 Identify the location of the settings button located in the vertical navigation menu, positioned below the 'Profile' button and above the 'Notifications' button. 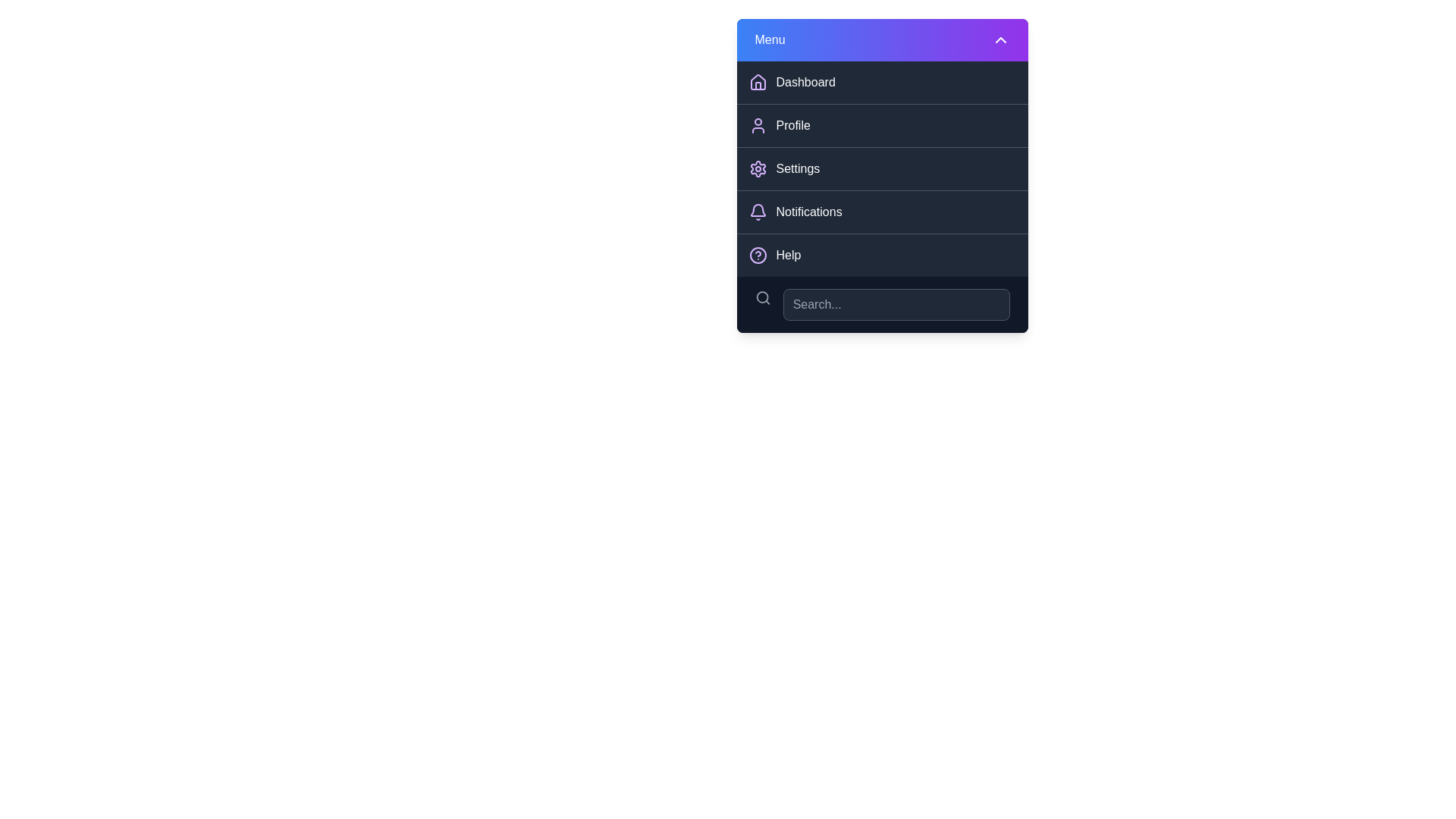
(882, 168).